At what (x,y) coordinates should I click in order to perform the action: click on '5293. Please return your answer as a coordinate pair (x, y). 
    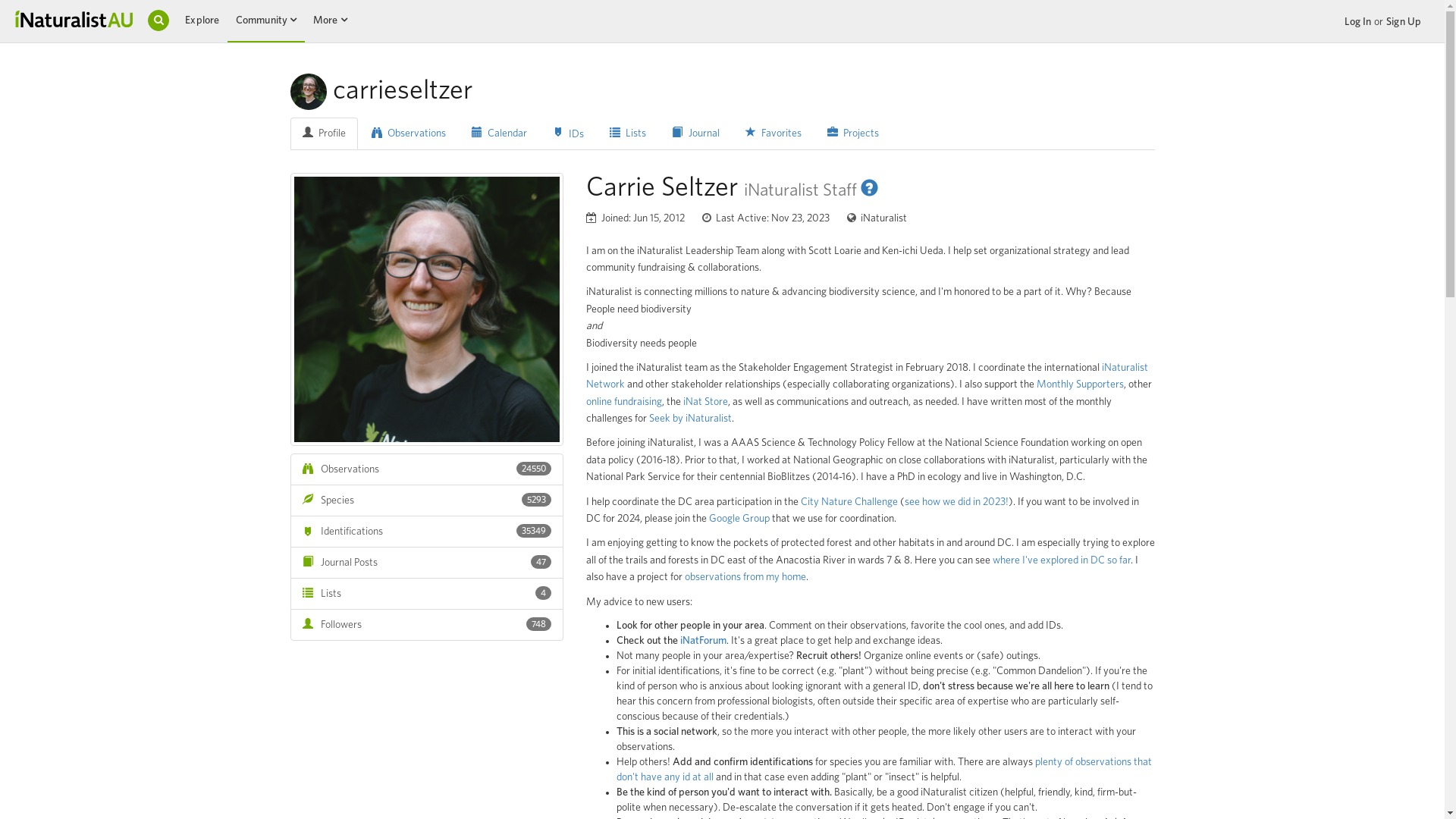
    Looking at the image, I should click on (425, 500).